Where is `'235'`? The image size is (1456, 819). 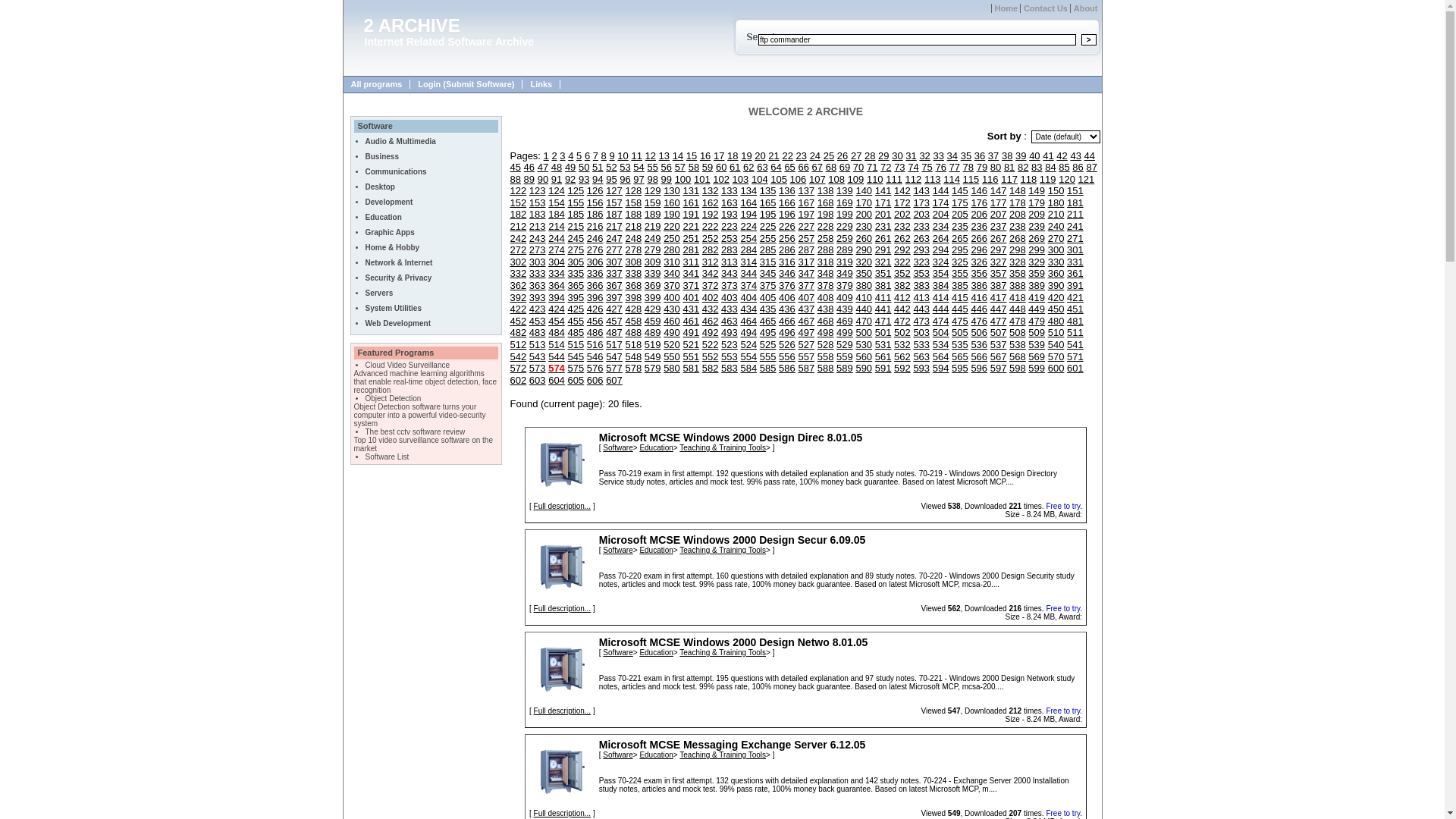 '235' is located at coordinates (959, 226).